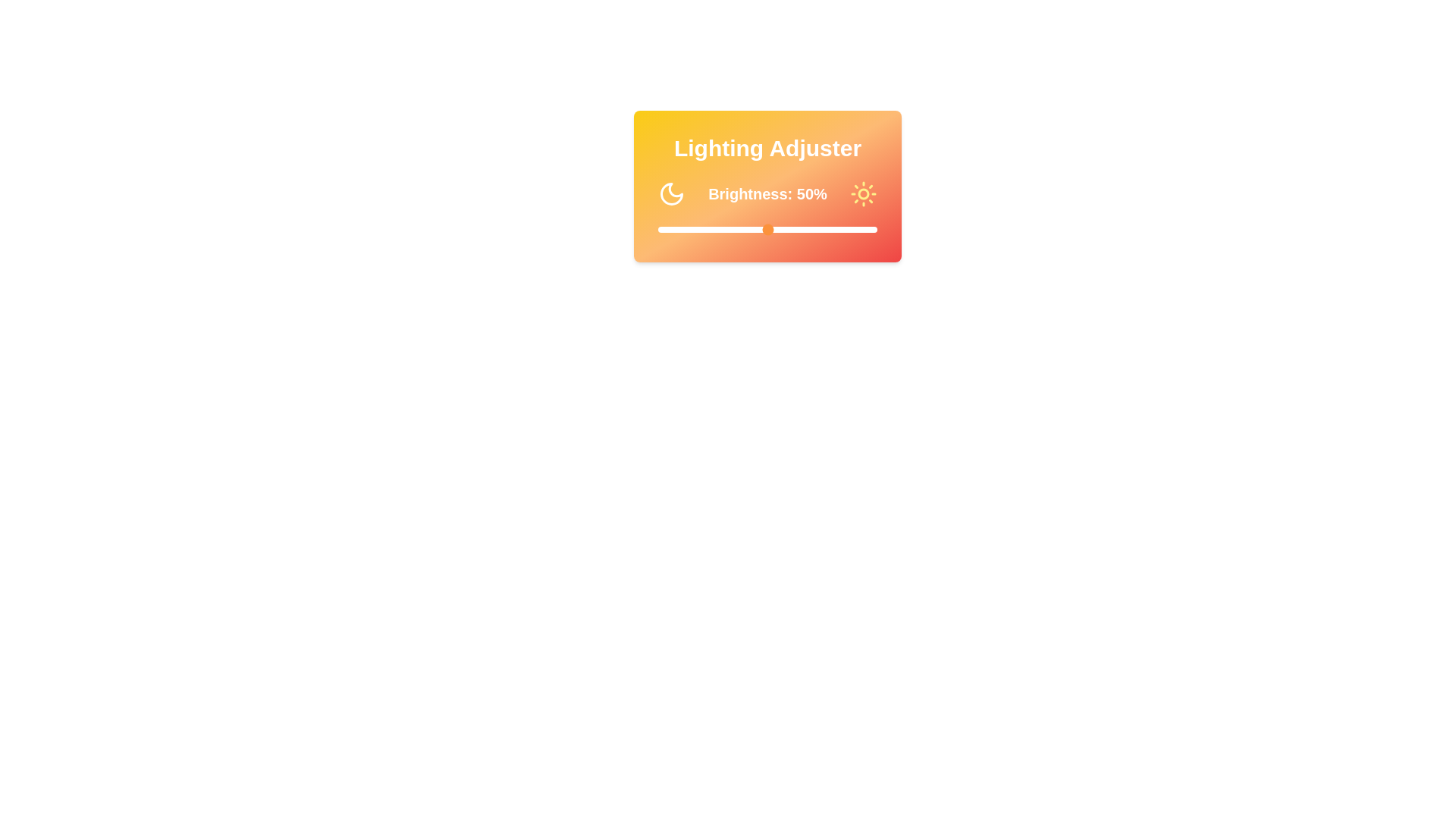  Describe the element at coordinates (858, 230) in the screenshot. I see `the brightness slider to 91%` at that location.